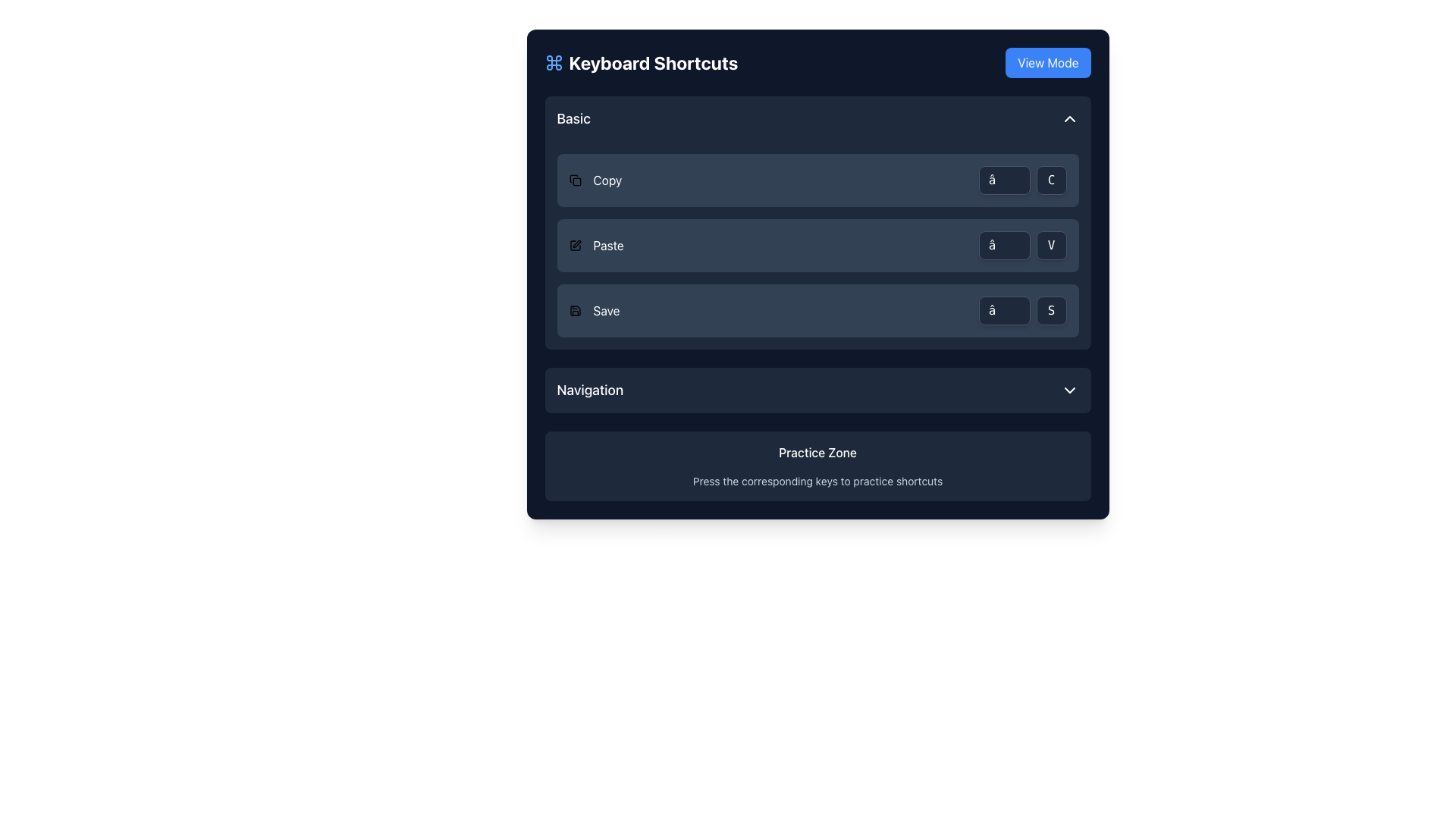 This screenshot has width=1456, height=819. What do you see at coordinates (553, 62) in the screenshot?
I see `the Decorative graphic icon, which features a grid-like arrangement of interconnected circles and is styled with a blue hue, located at the top-left corner of the modal next to the 'Keyboard Shortcuts' title` at bounding box center [553, 62].